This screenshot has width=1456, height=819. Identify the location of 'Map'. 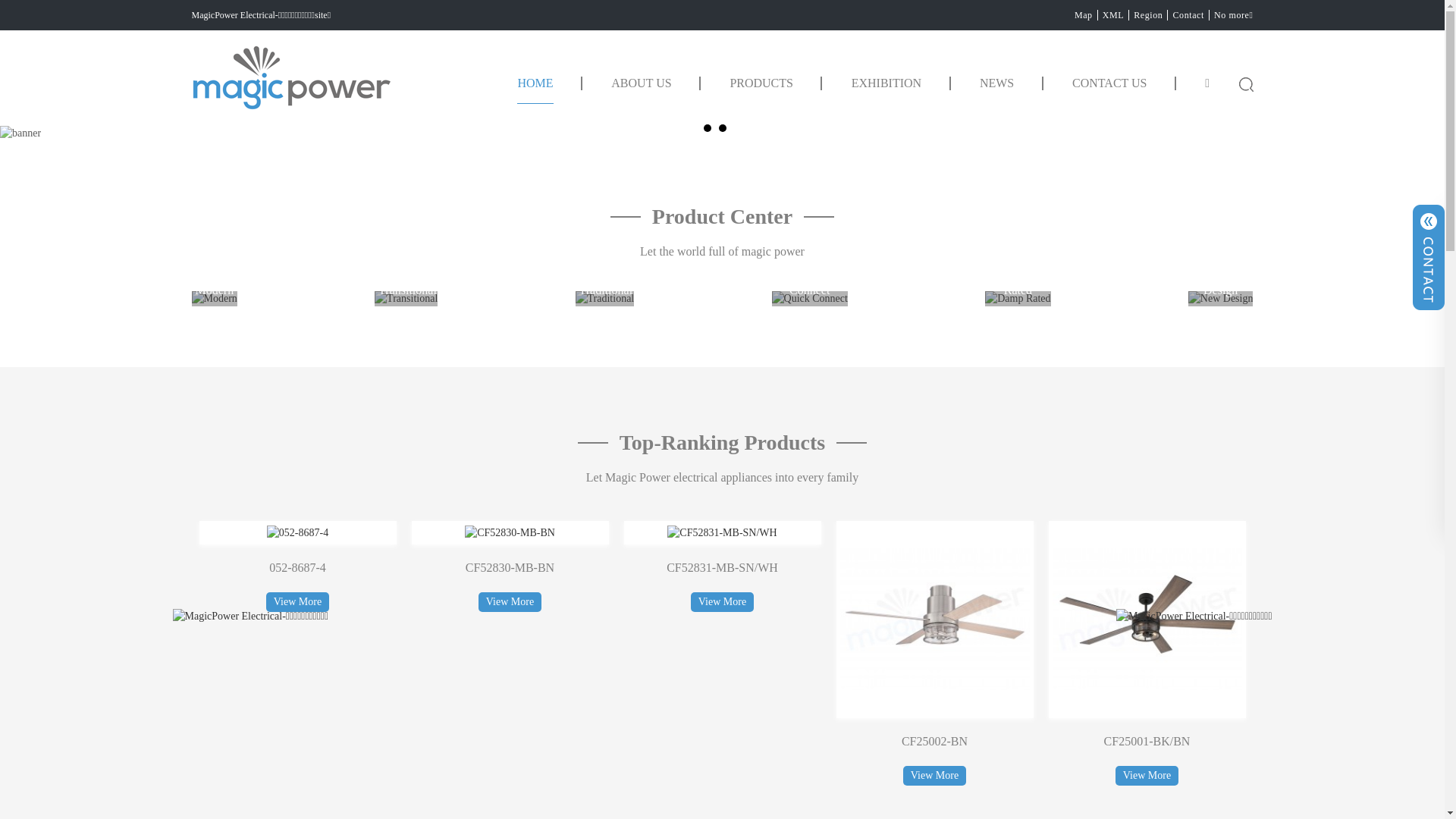
(1069, 14).